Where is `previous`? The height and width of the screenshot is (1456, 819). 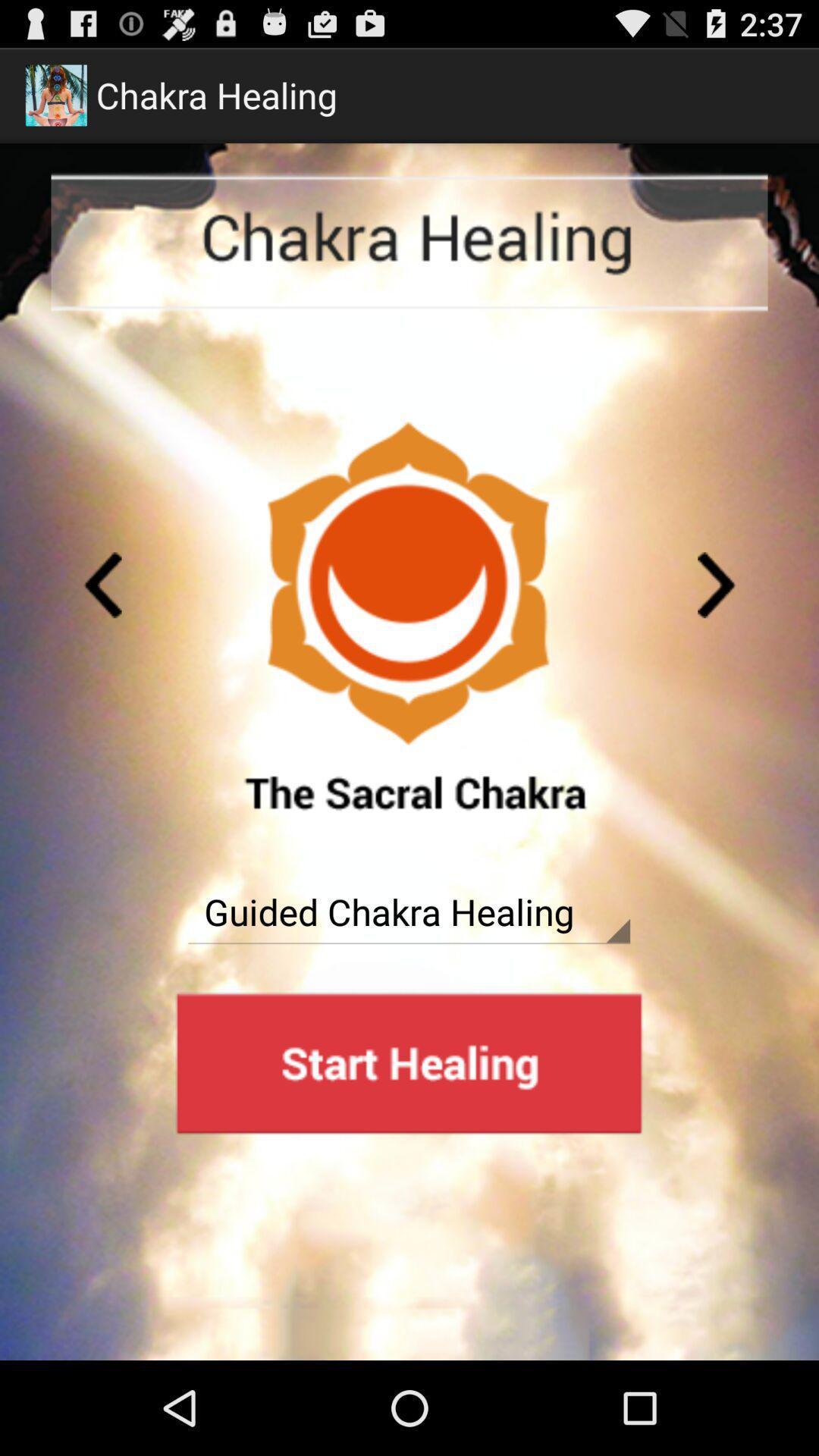
previous is located at coordinates (102, 584).